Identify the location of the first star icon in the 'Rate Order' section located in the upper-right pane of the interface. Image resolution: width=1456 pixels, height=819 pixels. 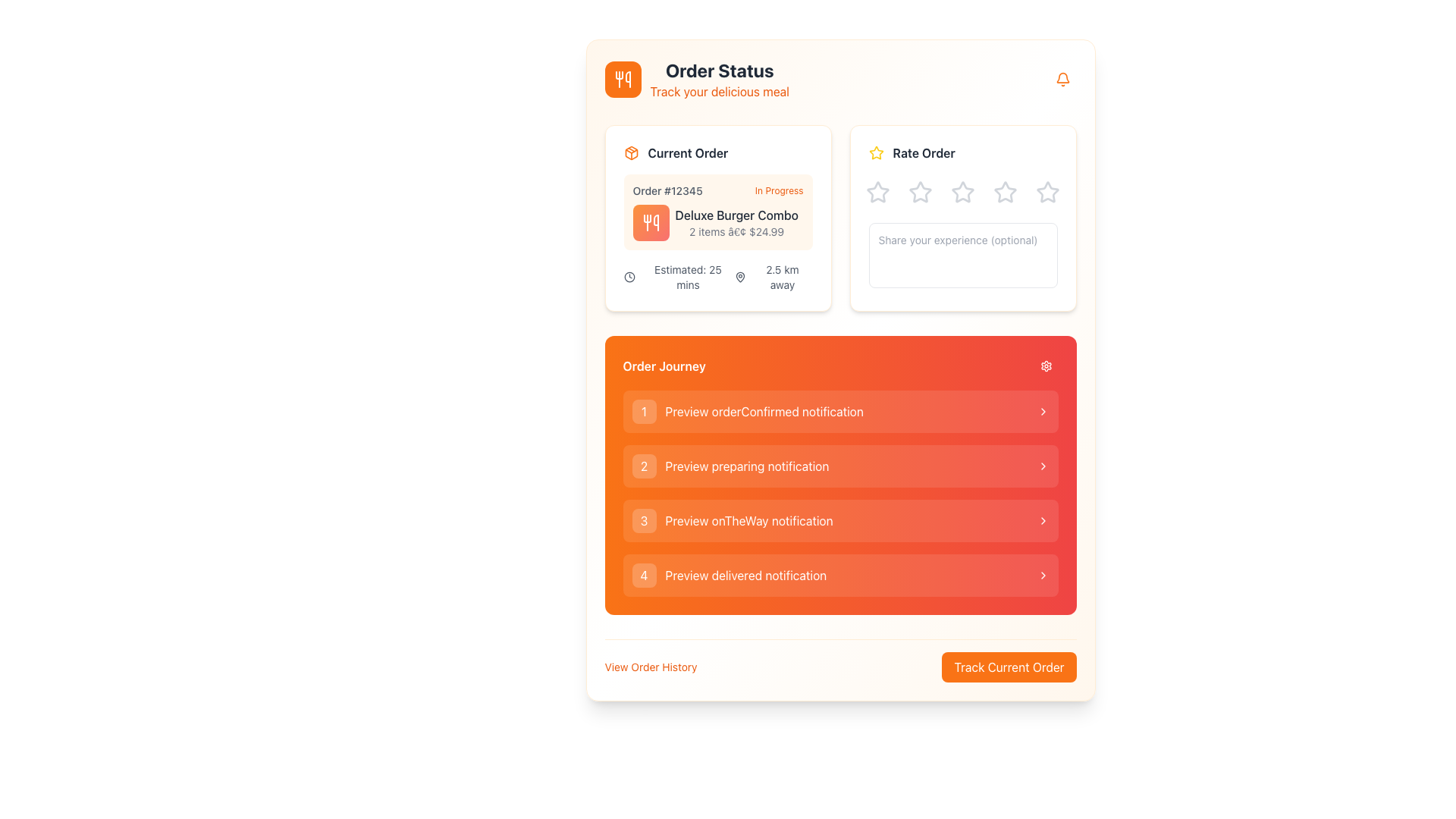
(876, 152).